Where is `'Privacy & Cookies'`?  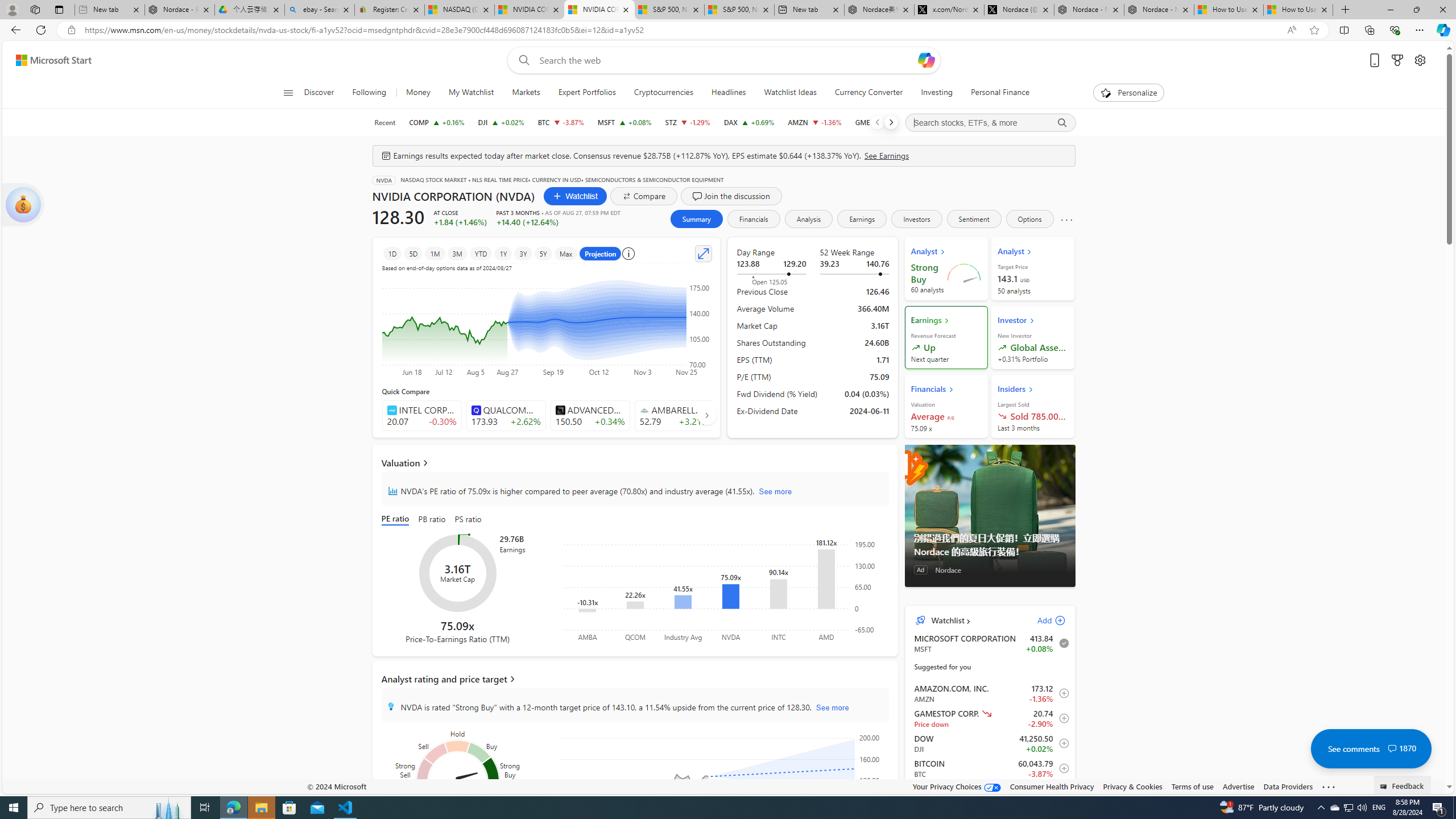 'Privacy & Cookies' is located at coordinates (1131, 786).